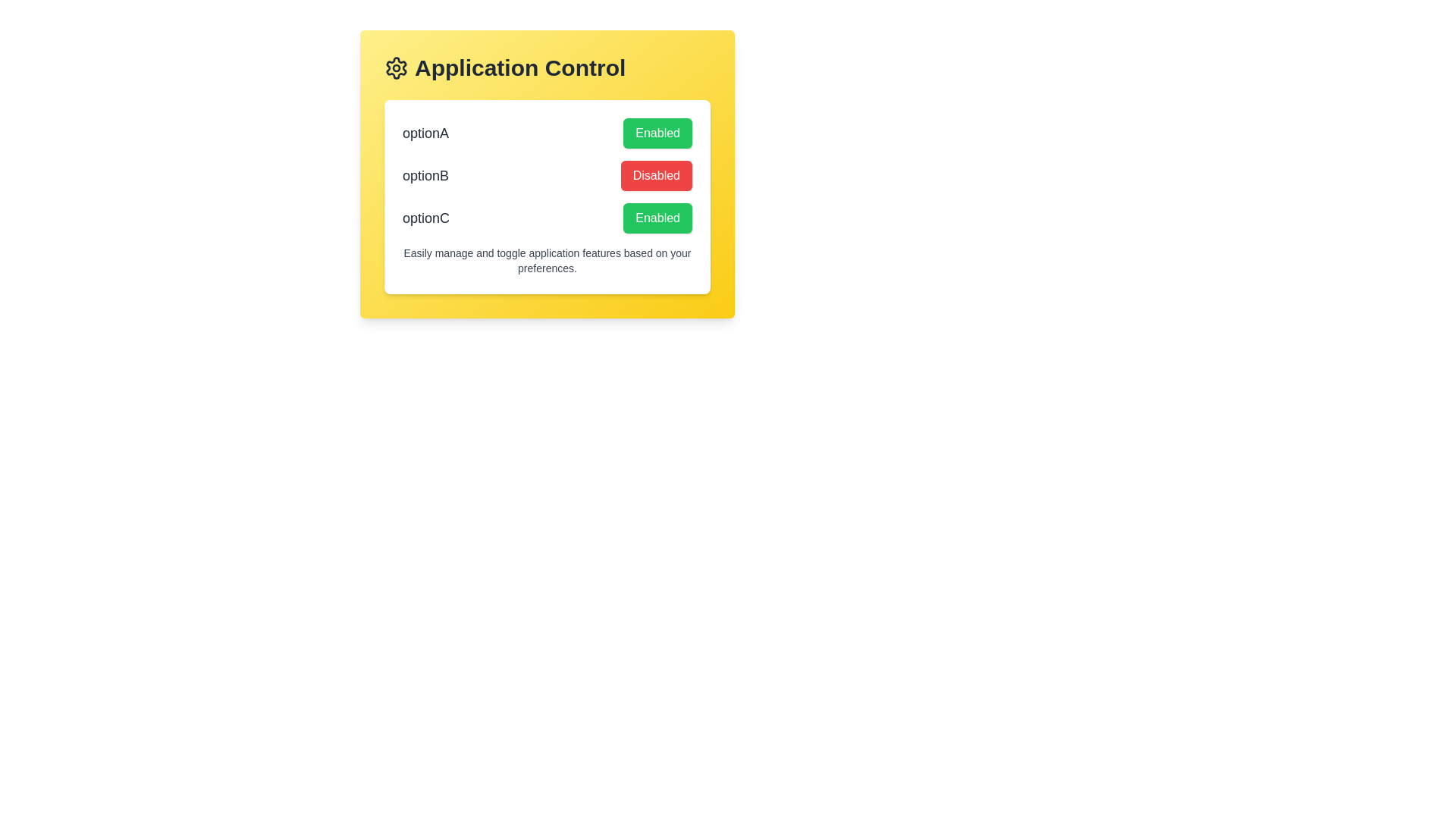 The width and height of the screenshot is (1456, 819). I want to click on the text label displaying 'optionB', which is styled with a larger font size and dark gray color, located to the left of the red button labeled 'Disabled', so click(425, 174).